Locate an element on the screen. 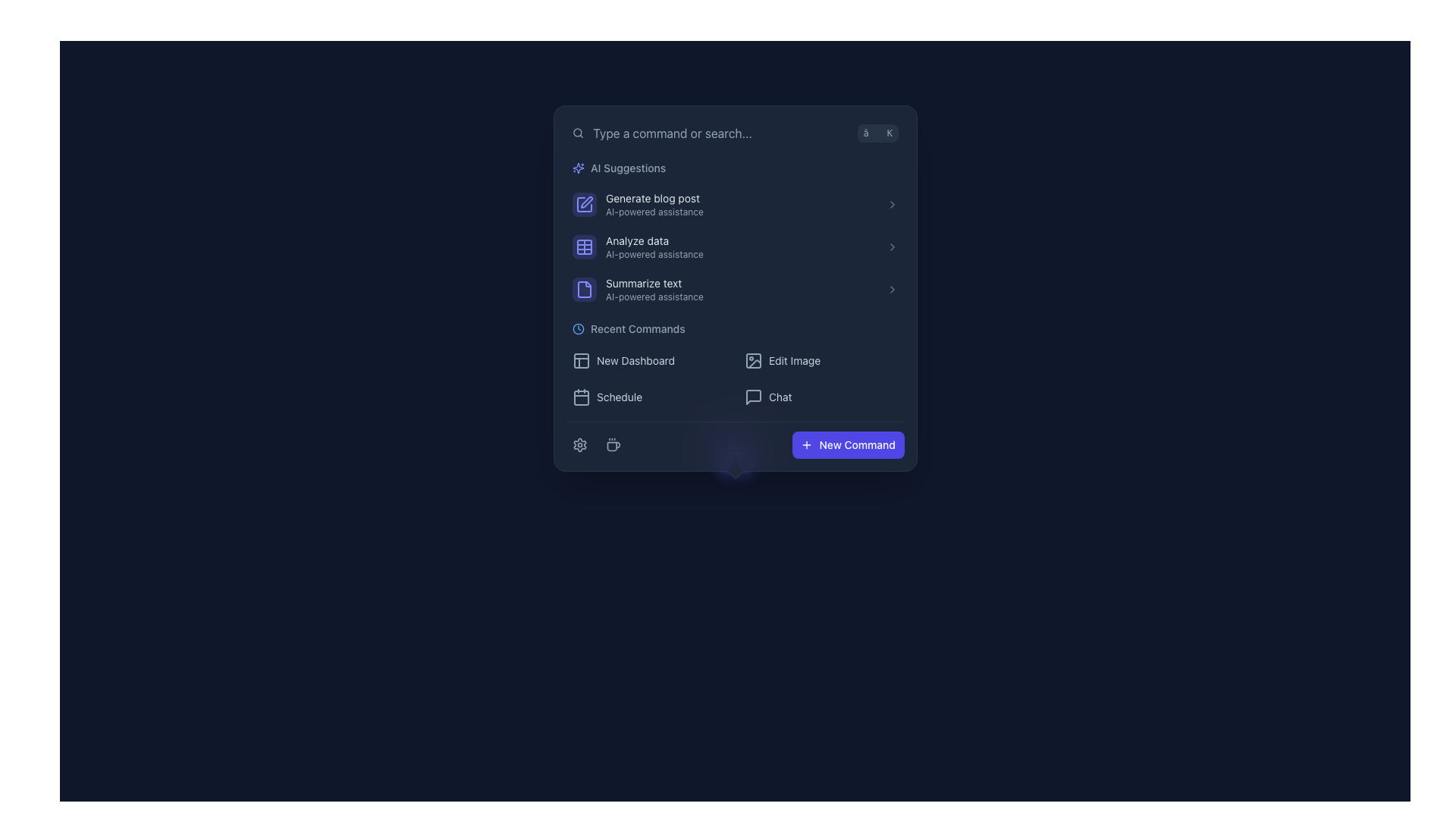 Image resolution: width=1456 pixels, height=819 pixels. the leftmost button (icon-based) located near the bottom-left corner of the visible modal interface is located at coordinates (579, 444).